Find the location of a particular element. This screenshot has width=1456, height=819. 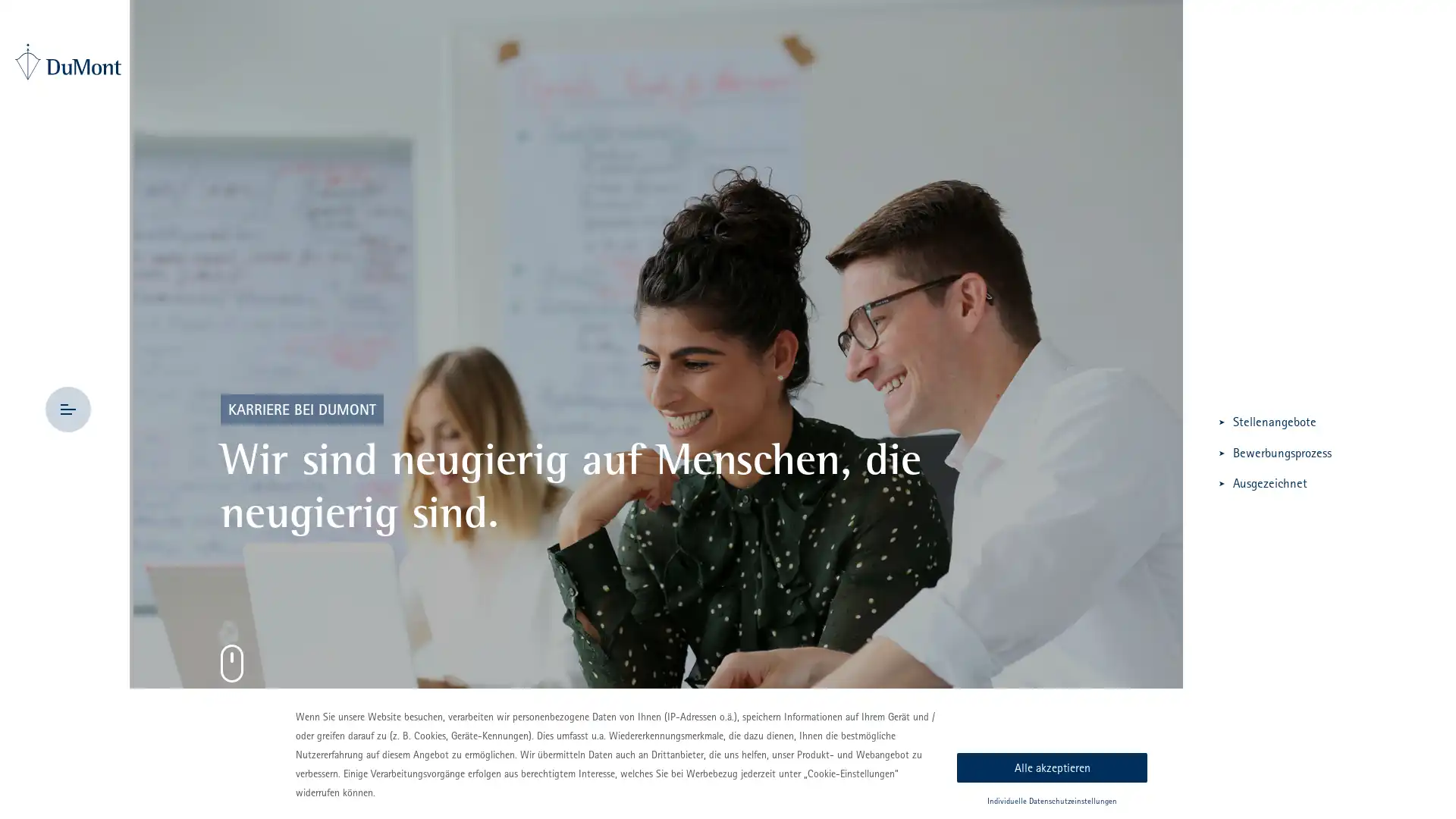

Alle akzeptieren is located at coordinates (1051, 767).